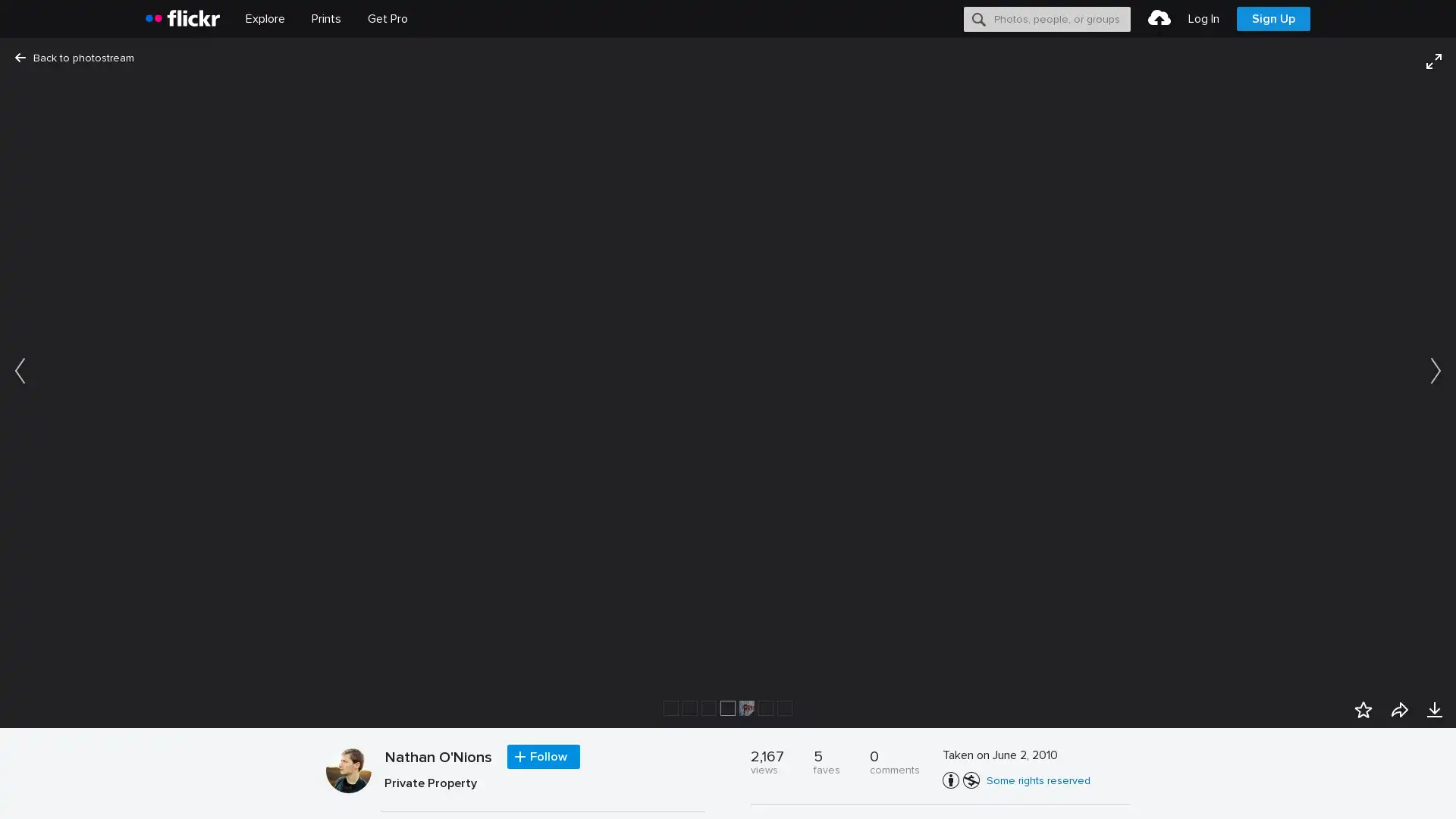 This screenshot has width=1456, height=819. What do you see at coordinates (979, 18) in the screenshot?
I see `Search` at bounding box center [979, 18].